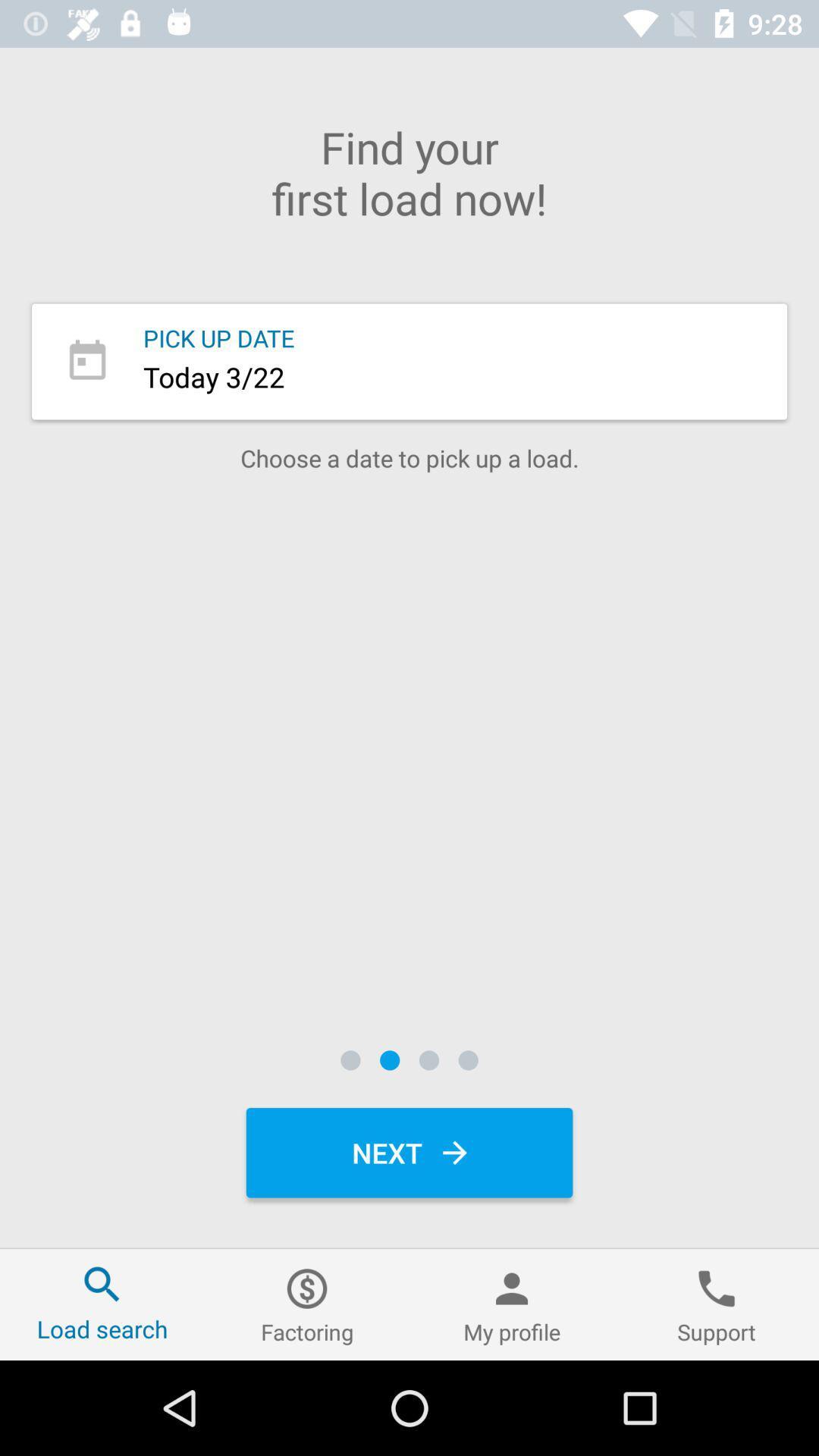 The height and width of the screenshot is (1456, 819). What do you see at coordinates (717, 1304) in the screenshot?
I see `support on the right side of my profile` at bounding box center [717, 1304].